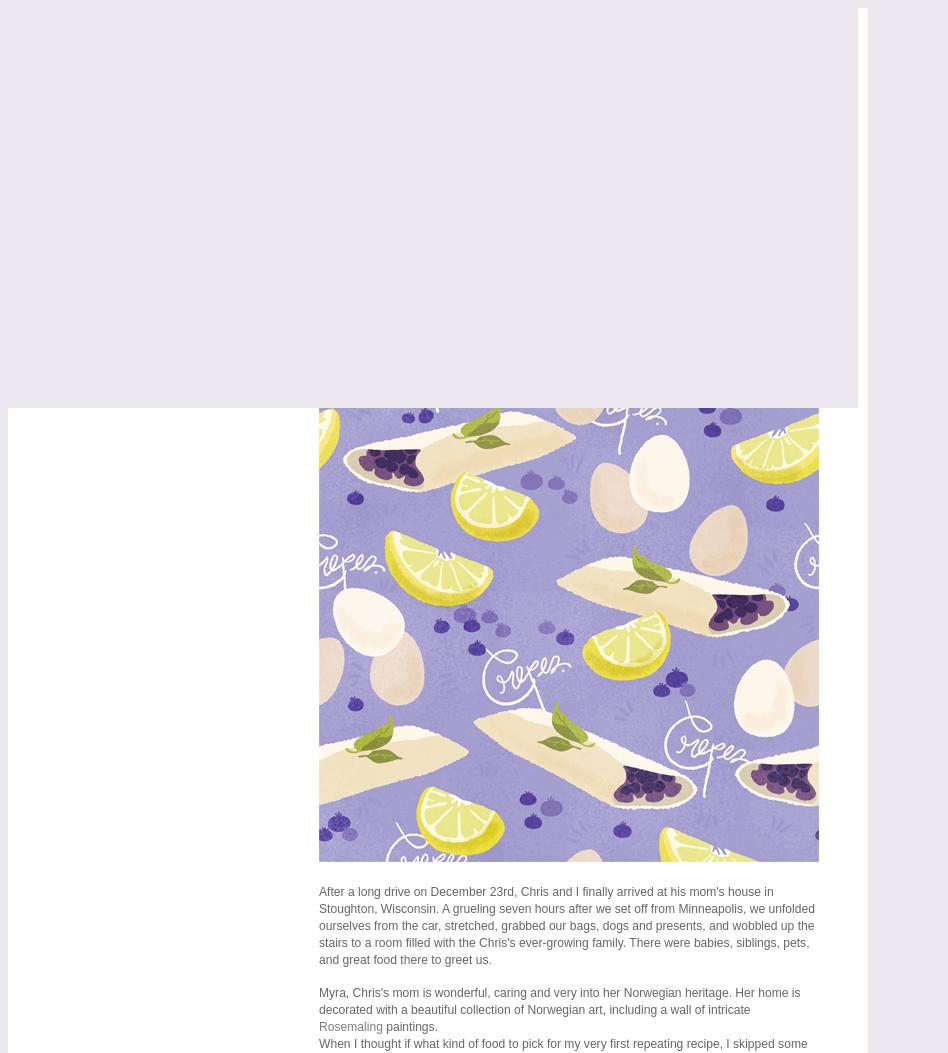 The height and width of the screenshot is (1053, 948). I want to click on 'Repeating Recipes : Norwegian Blueberry Breakfast Crepes', so click(532, 337).